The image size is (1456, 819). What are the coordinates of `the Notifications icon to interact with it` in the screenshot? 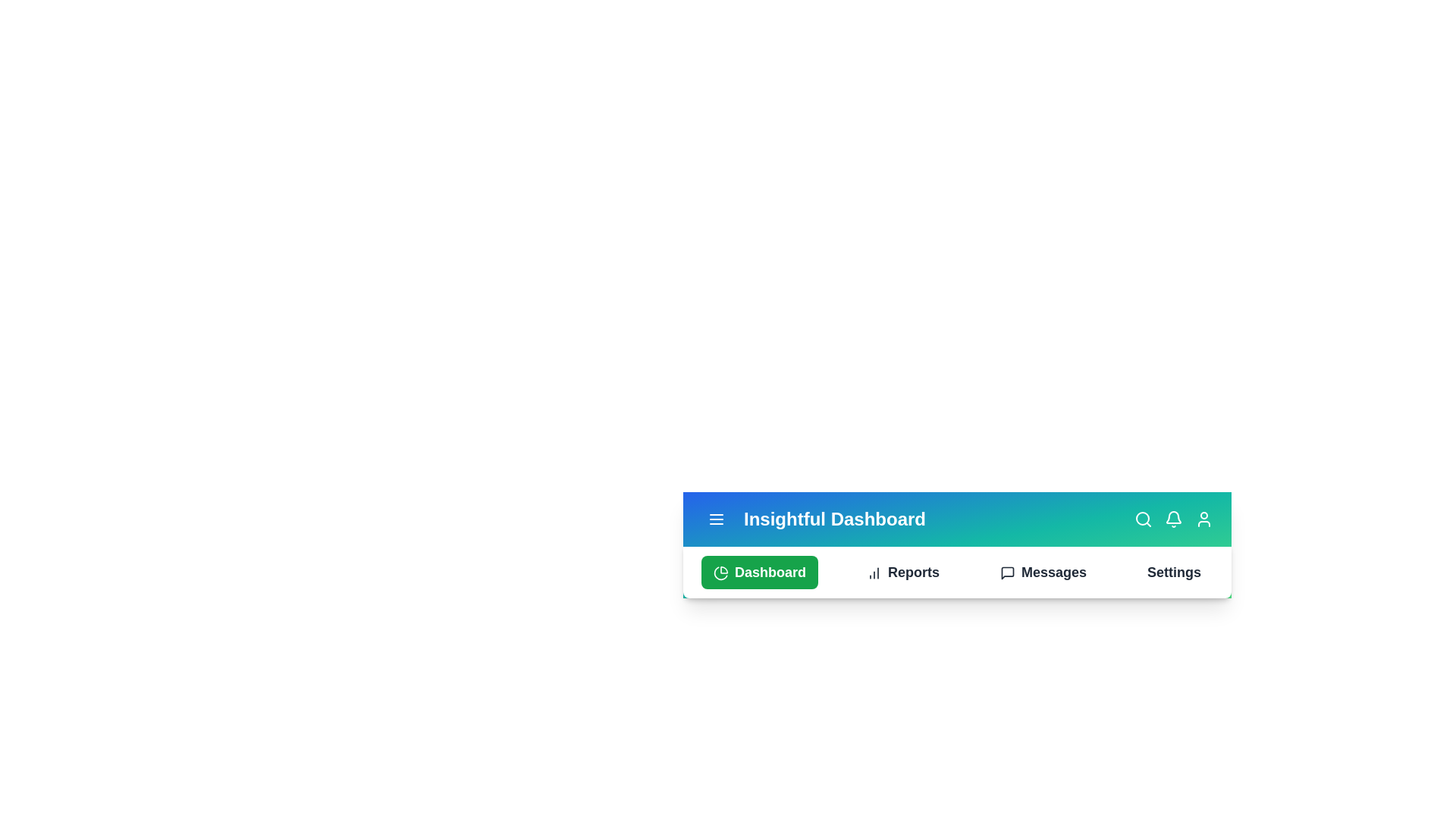 It's located at (1173, 519).